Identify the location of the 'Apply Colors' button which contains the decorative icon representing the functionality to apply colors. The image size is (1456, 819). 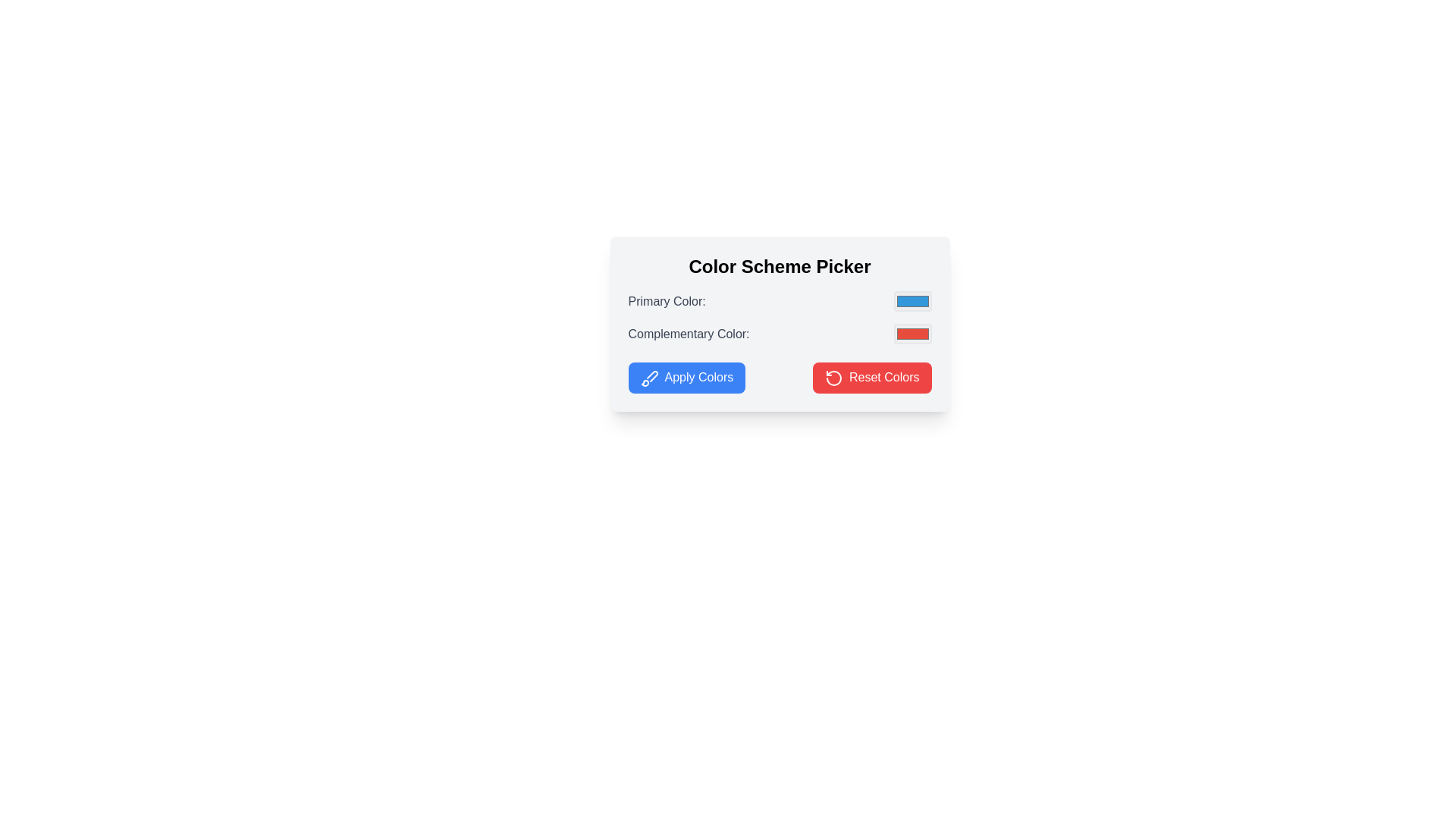
(649, 377).